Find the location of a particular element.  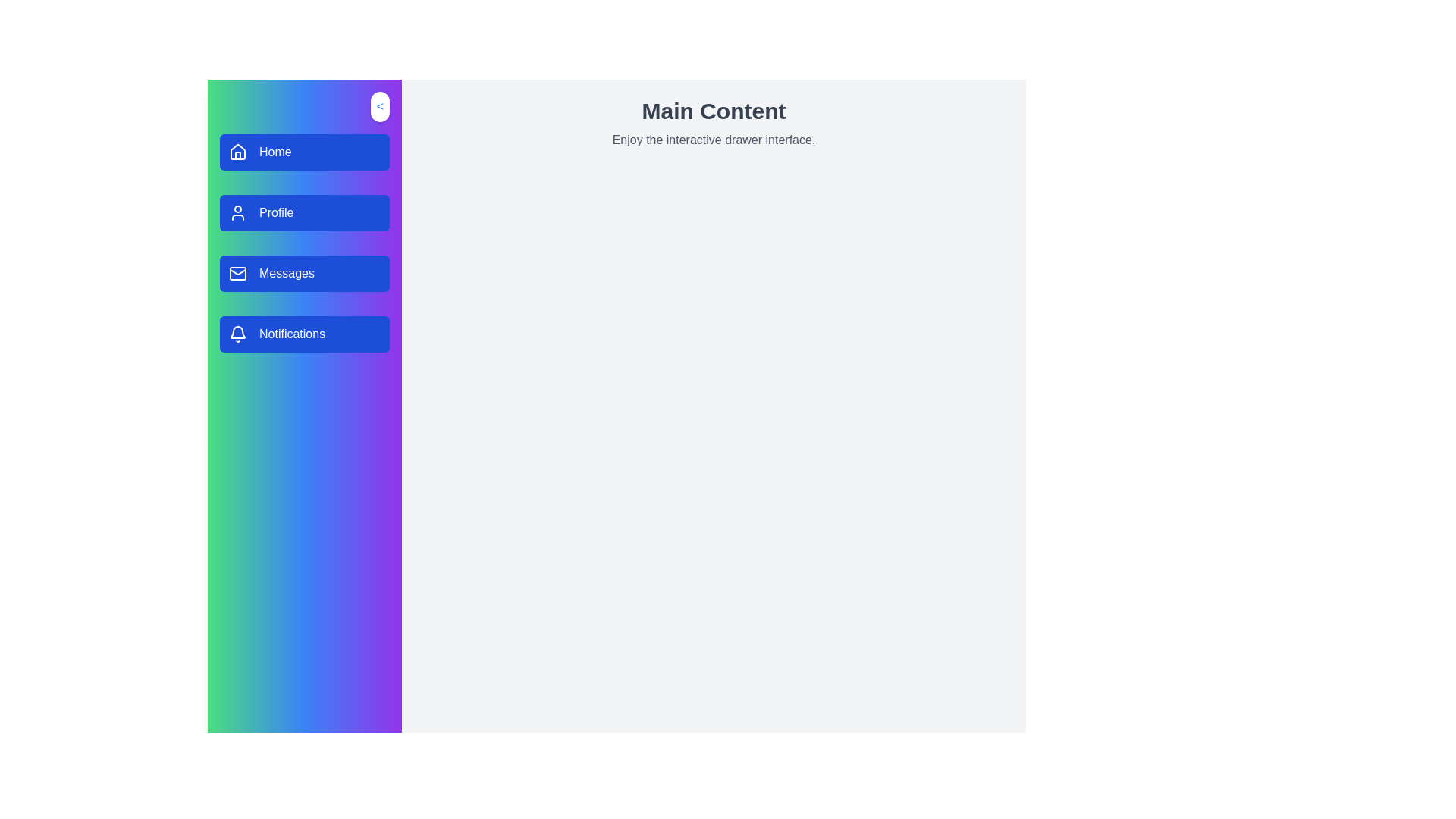

the '<' button located at the top-right corner of the sidebar for additional feedback is located at coordinates (380, 106).